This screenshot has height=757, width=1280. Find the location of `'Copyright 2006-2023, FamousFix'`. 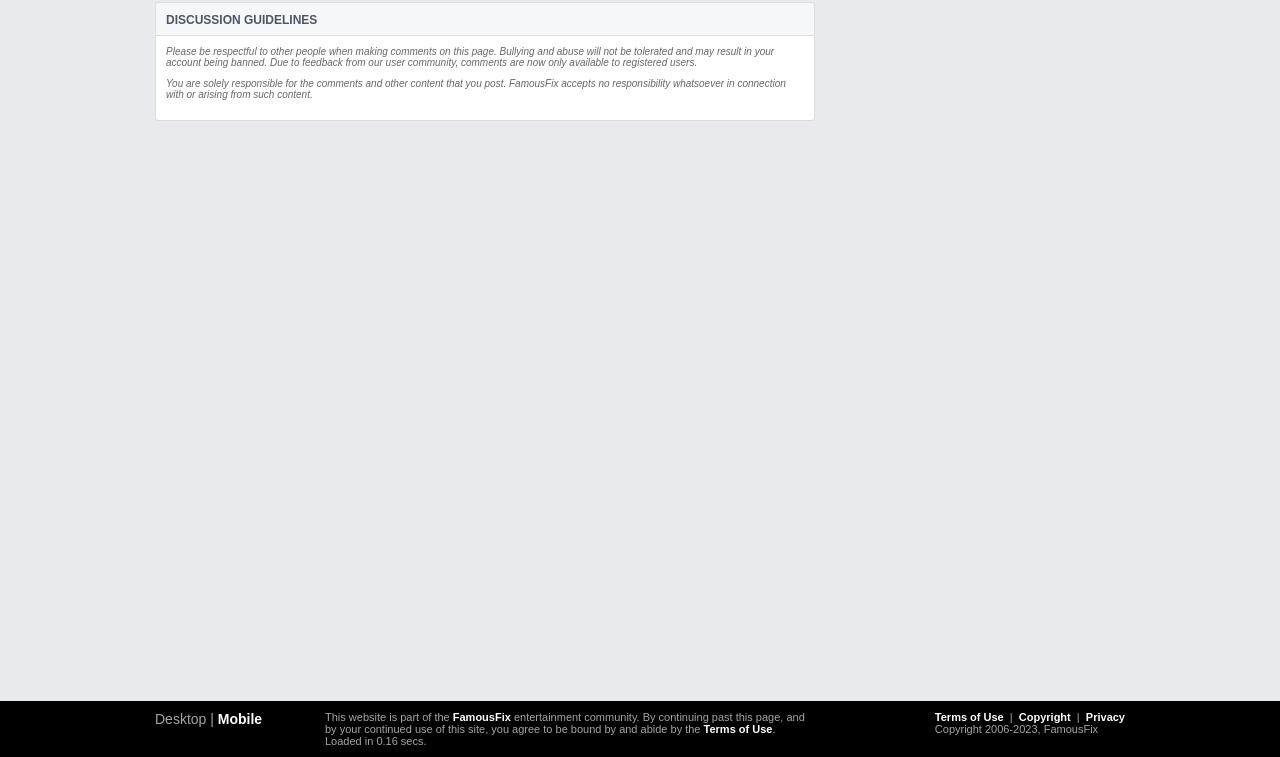

'Copyright 2006-2023, FamousFix' is located at coordinates (1015, 728).